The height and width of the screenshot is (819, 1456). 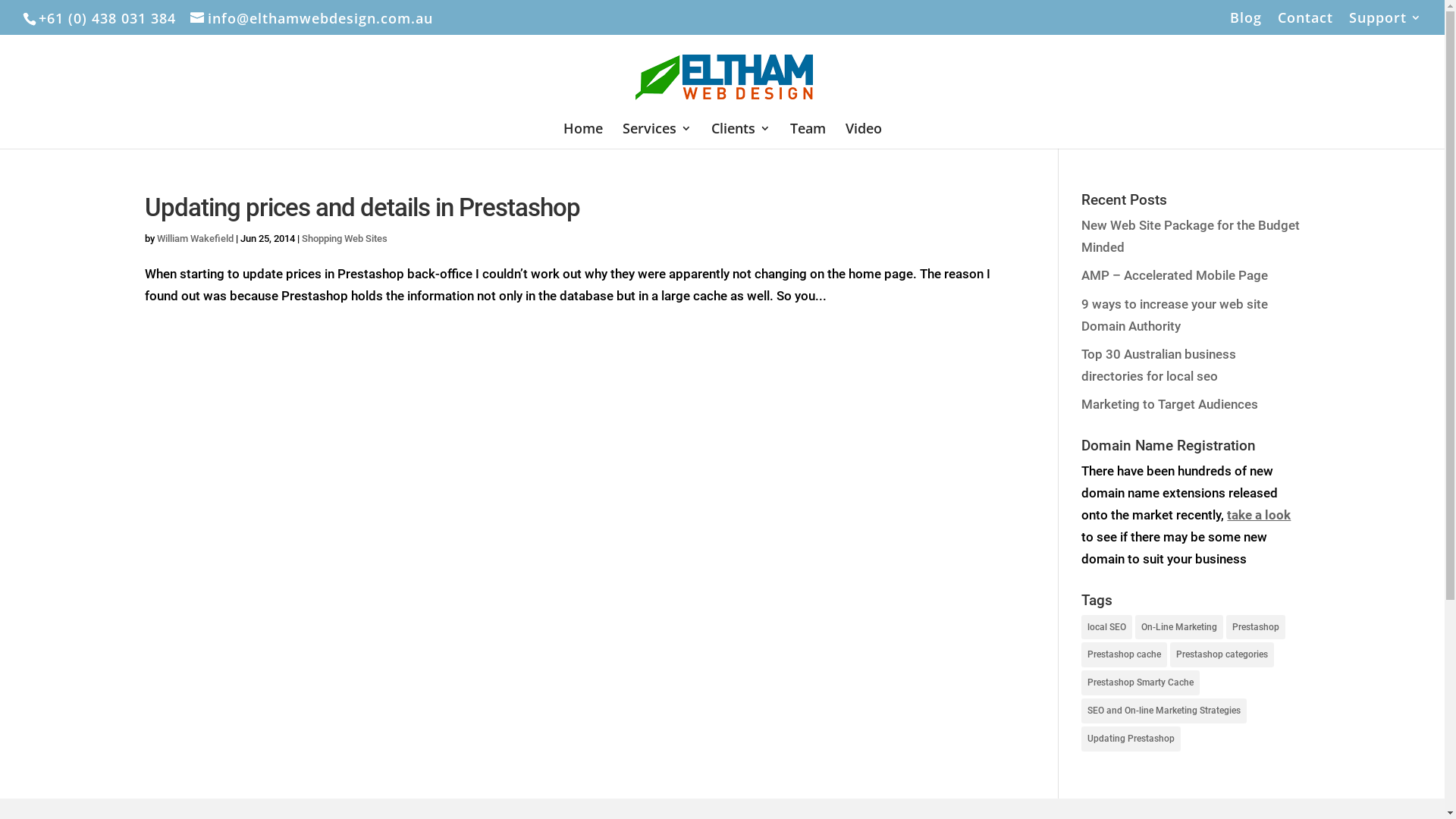 I want to click on 'SEO and On-line Marketing Strategies', so click(x=1163, y=711).